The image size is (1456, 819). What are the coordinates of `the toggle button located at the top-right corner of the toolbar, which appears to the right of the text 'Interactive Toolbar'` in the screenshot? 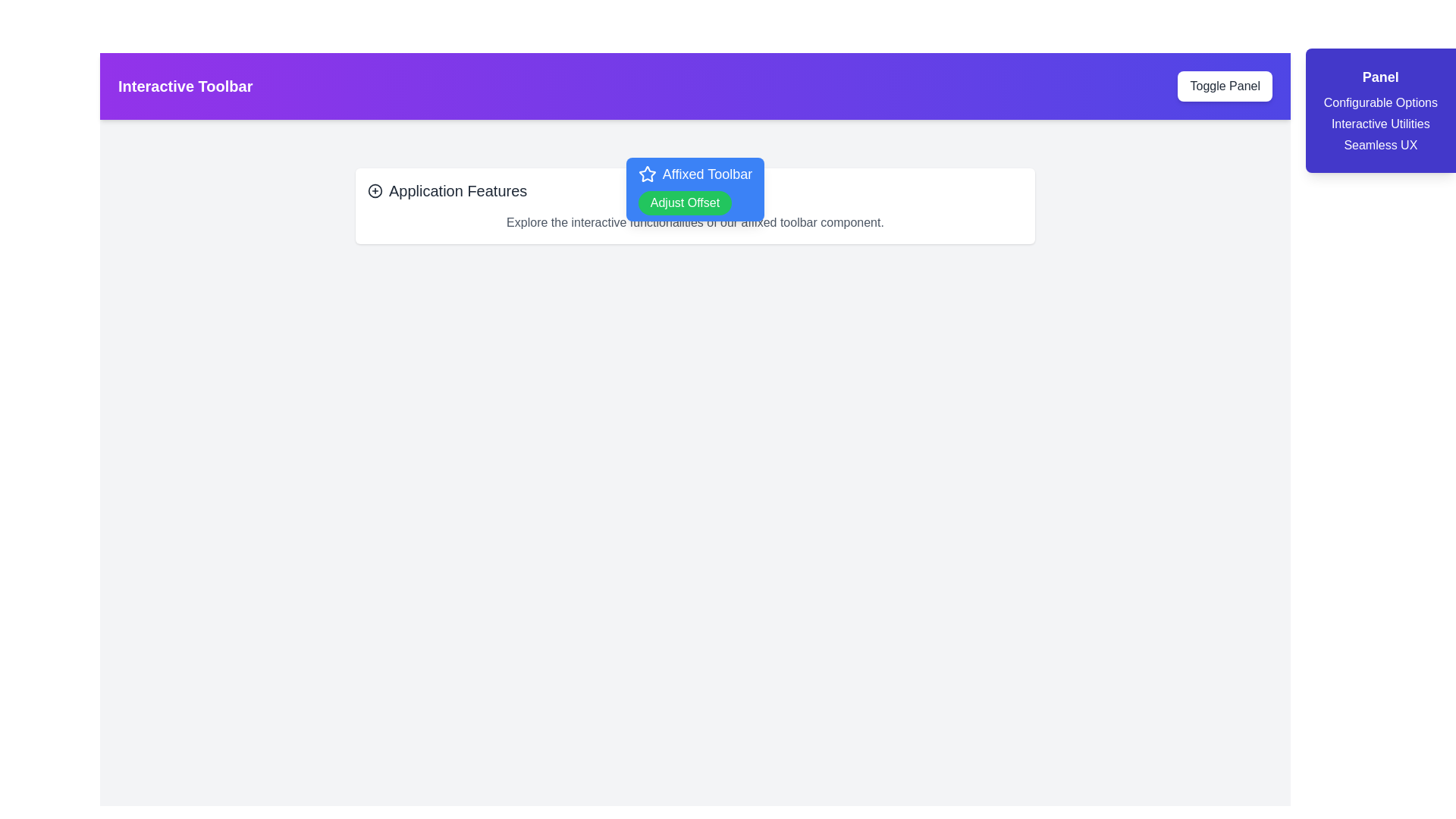 It's located at (1225, 86).